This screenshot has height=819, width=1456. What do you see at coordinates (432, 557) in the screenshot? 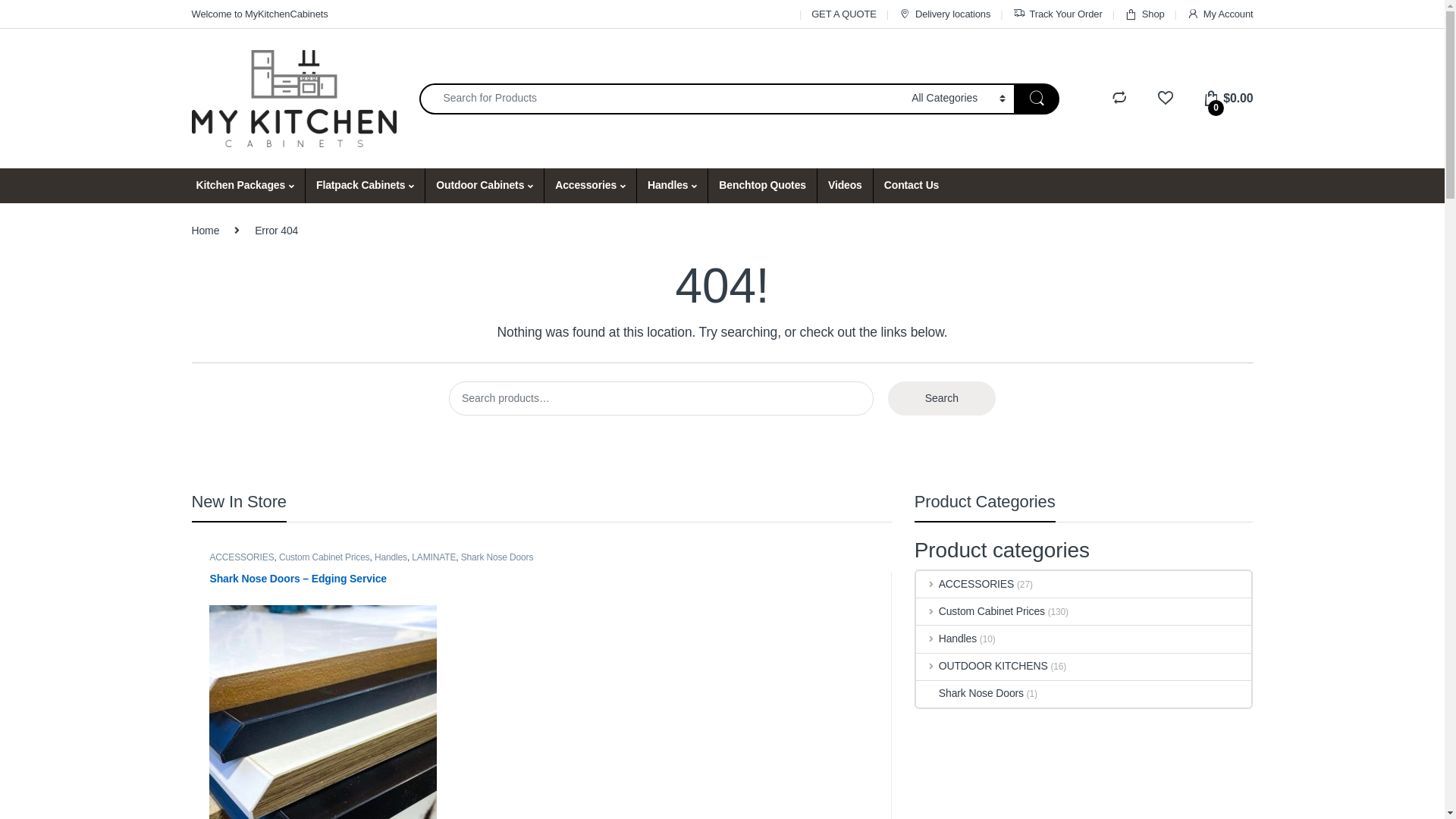
I see `'LAMINATE'` at bounding box center [432, 557].